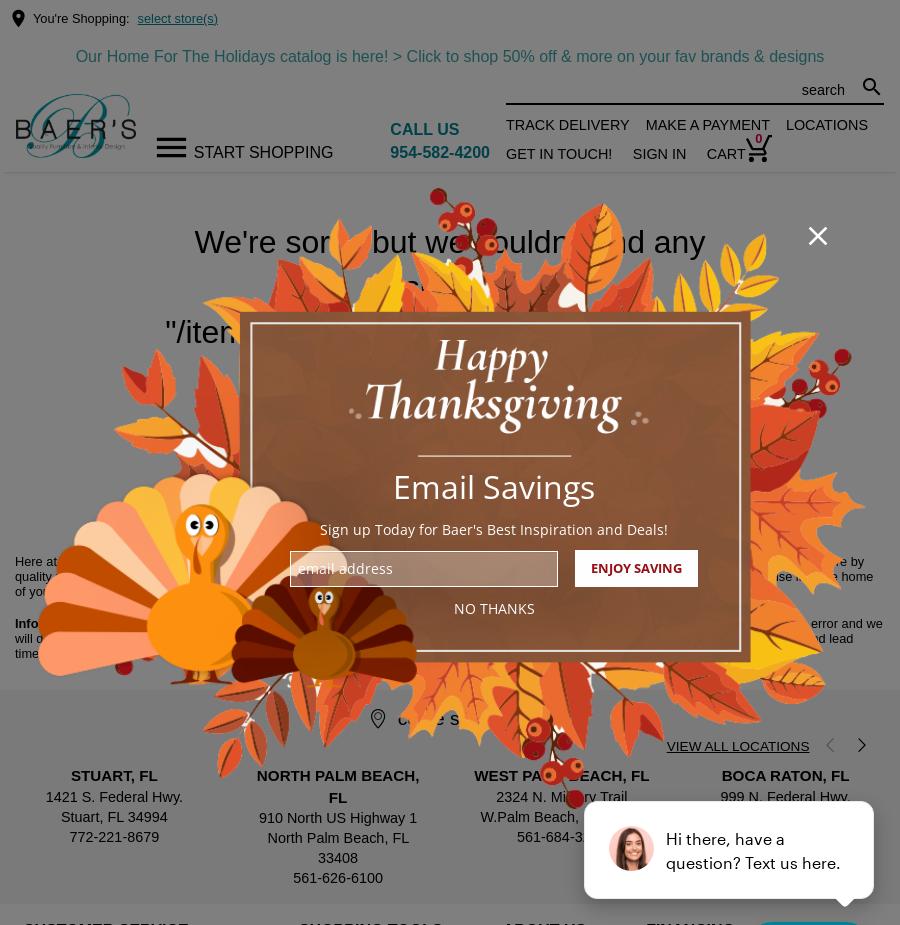 The width and height of the screenshot is (900, 925). Describe the element at coordinates (560, 836) in the screenshot. I see `'561-684-3225'` at that location.